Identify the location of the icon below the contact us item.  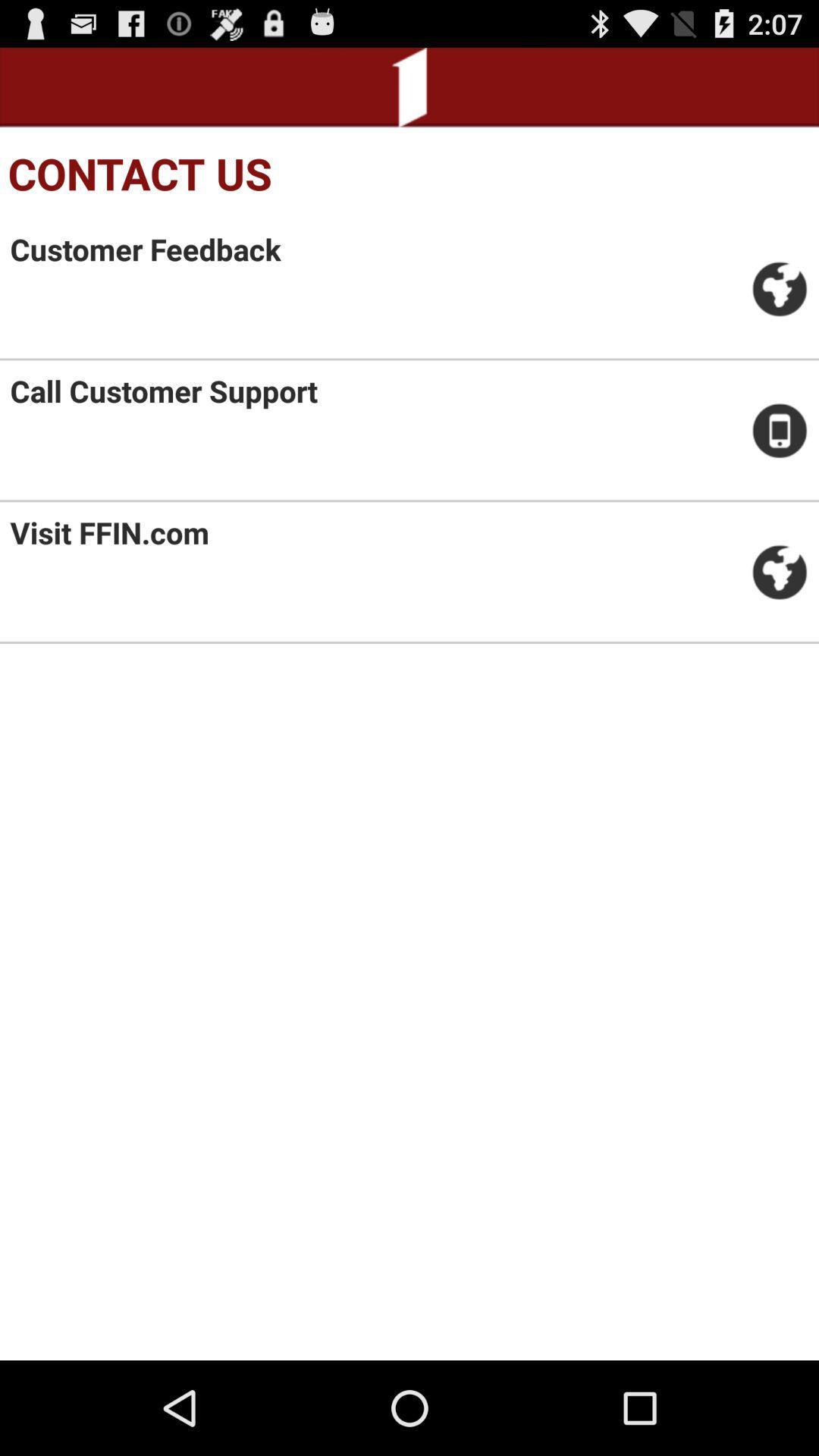
(146, 249).